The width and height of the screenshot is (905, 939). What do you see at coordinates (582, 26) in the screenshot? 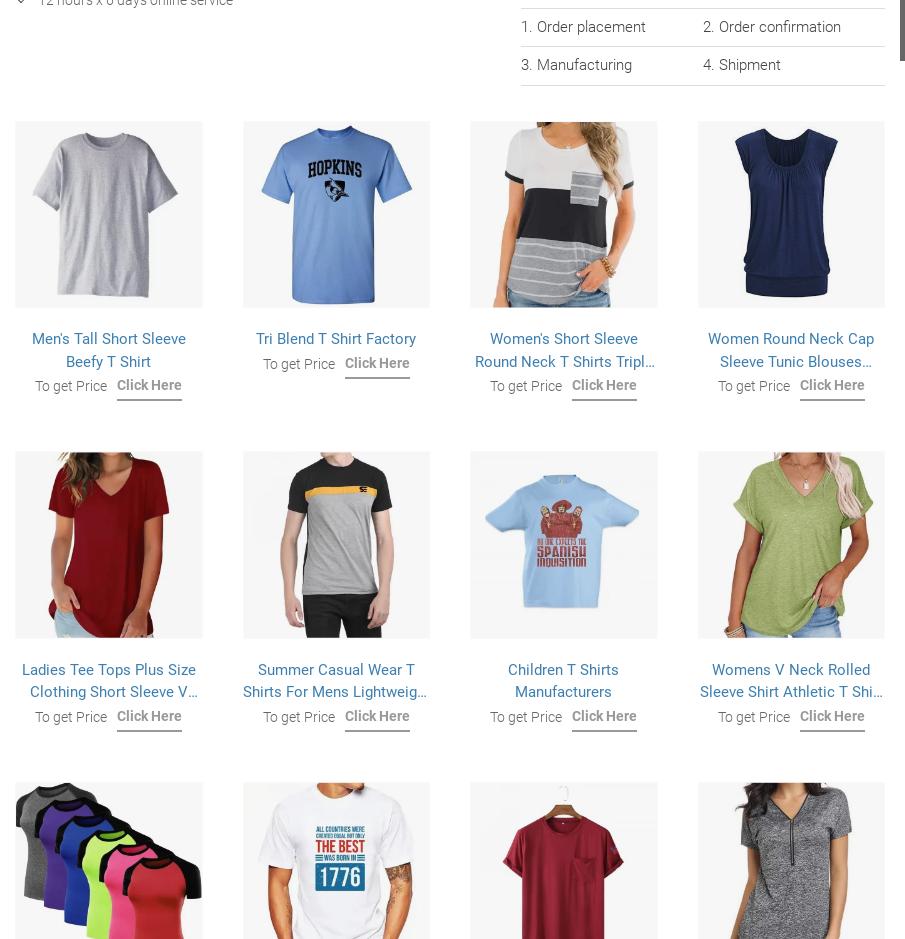
I see `'1. Order placement'` at bounding box center [582, 26].